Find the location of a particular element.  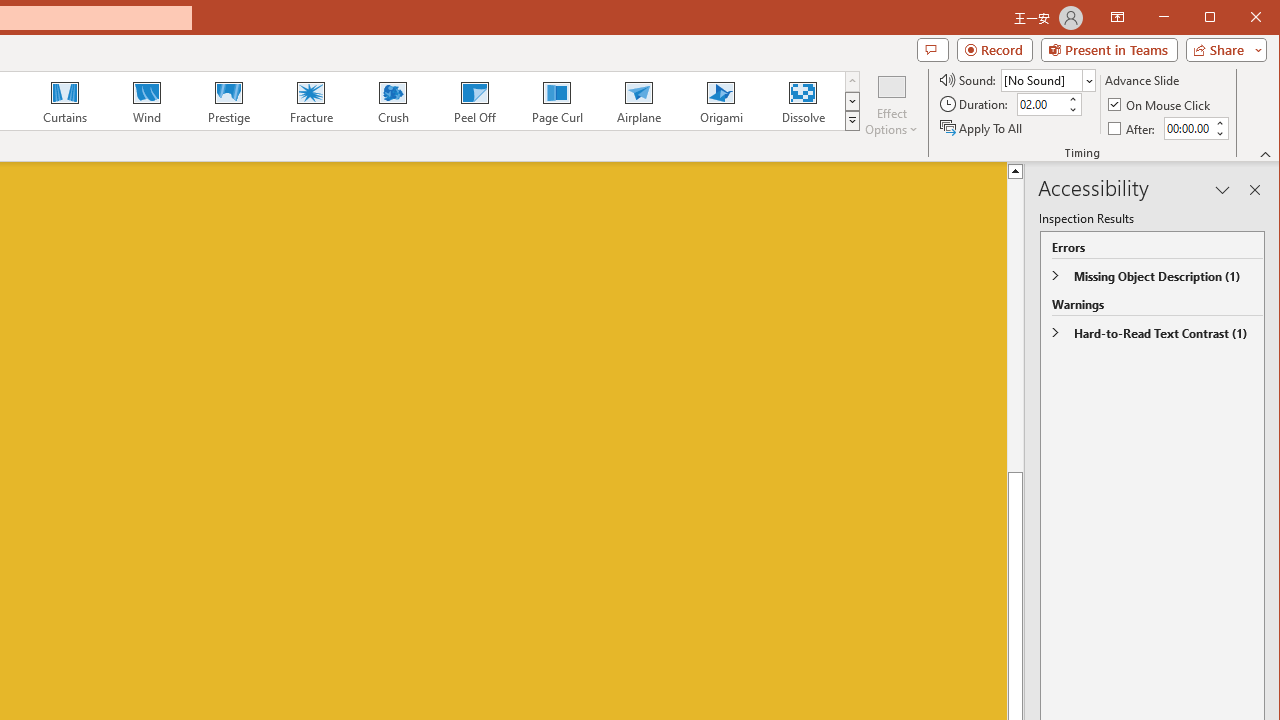

'On Mouse Click' is located at coordinates (1160, 104).